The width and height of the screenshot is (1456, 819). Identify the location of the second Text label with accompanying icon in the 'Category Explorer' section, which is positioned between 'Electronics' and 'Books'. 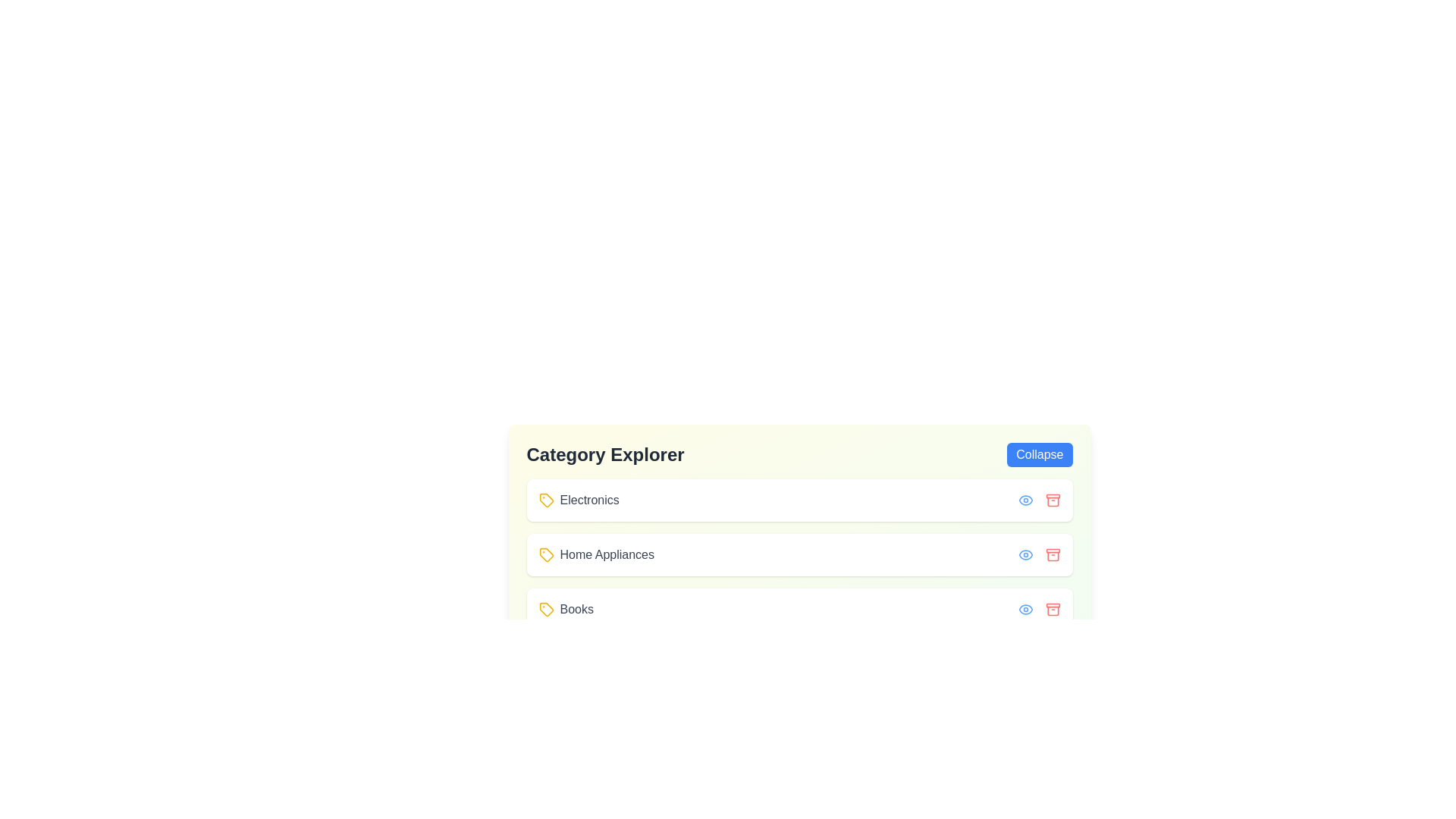
(595, 555).